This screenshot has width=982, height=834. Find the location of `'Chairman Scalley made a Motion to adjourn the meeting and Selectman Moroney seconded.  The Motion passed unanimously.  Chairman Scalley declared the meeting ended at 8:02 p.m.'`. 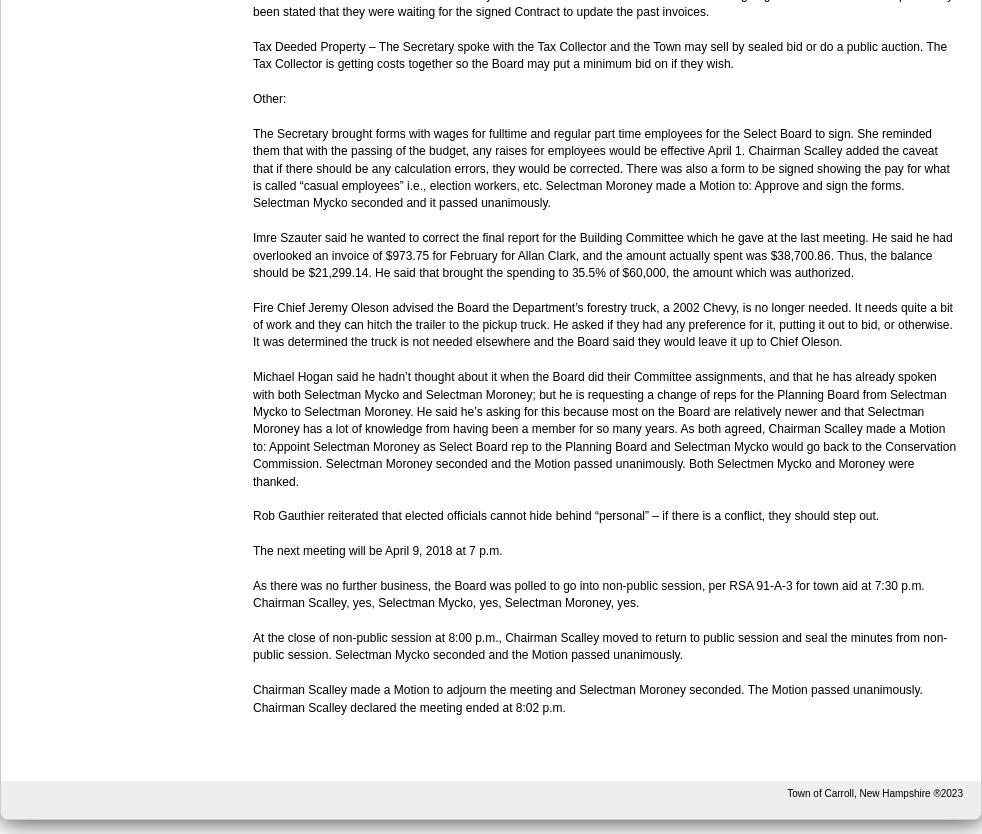

'Chairman Scalley made a Motion to adjourn the meeting and Selectman Moroney seconded.  The Motion passed unanimously.  Chairman Scalley declared the meeting ended at 8:02 p.m.' is located at coordinates (586, 698).